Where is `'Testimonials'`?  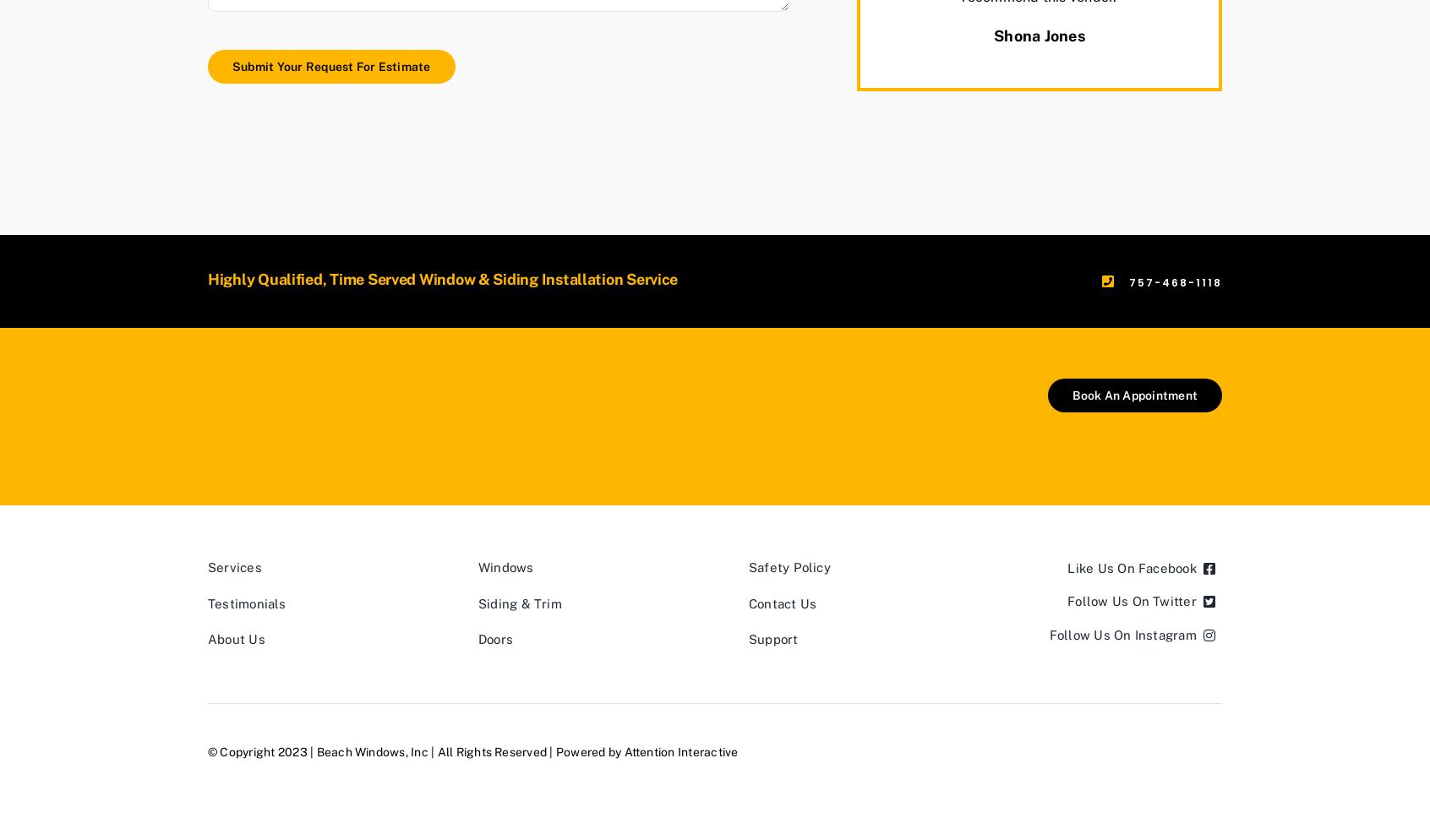
'Testimonials' is located at coordinates (246, 603).